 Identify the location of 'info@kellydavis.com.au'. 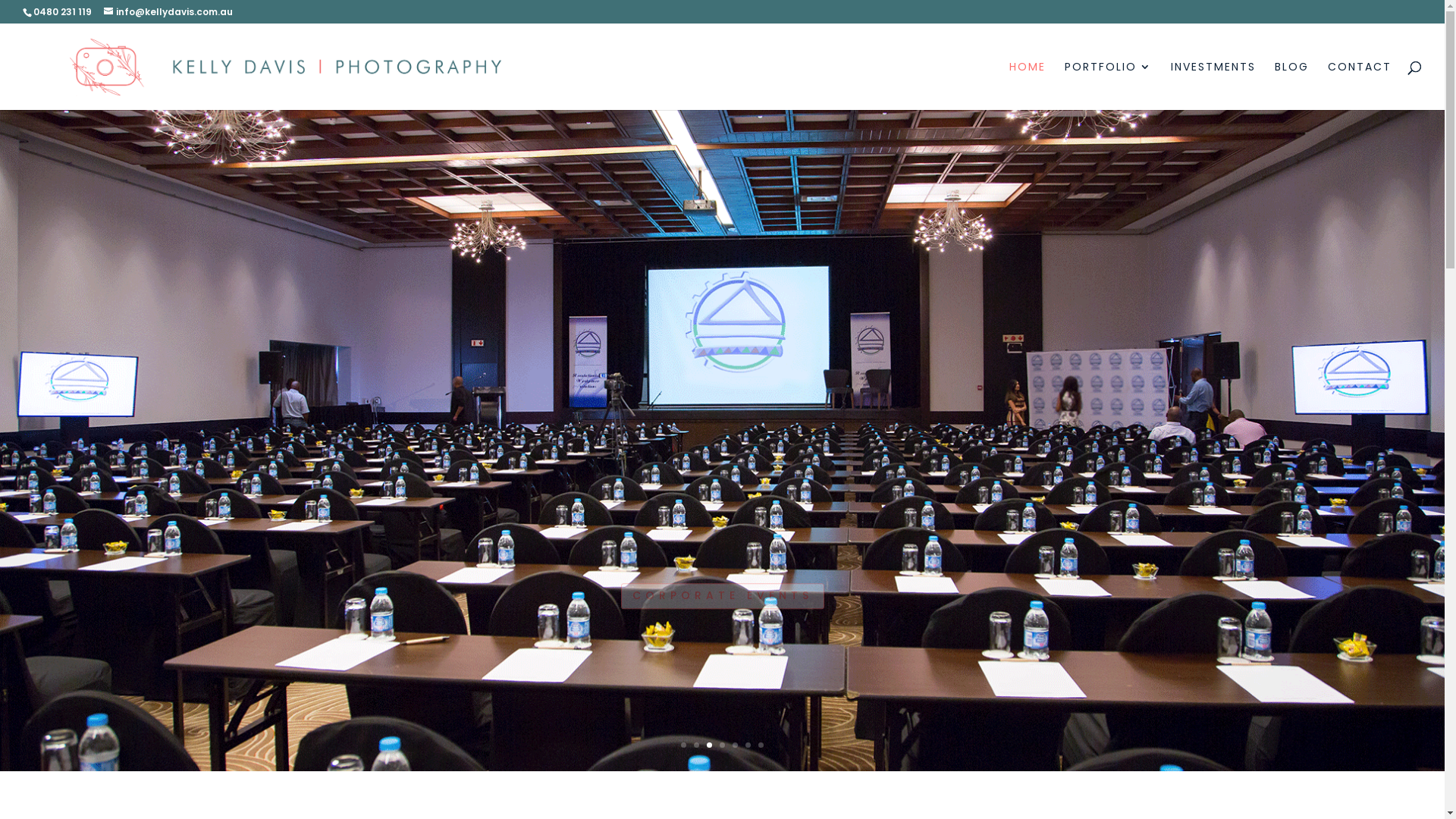
(168, 11).